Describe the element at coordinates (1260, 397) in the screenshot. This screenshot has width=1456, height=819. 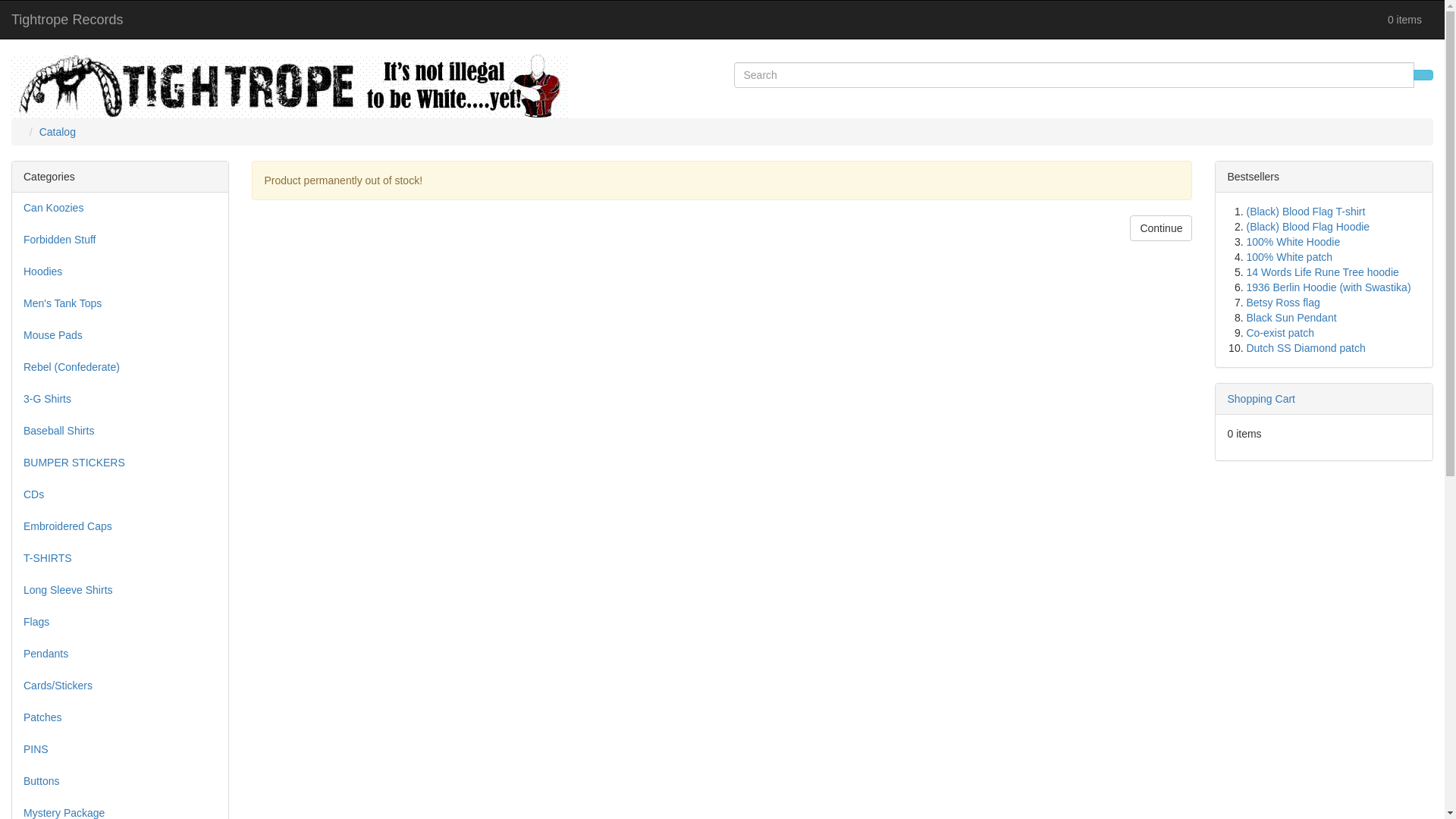
I see `'Shopping Cart'` at that location.